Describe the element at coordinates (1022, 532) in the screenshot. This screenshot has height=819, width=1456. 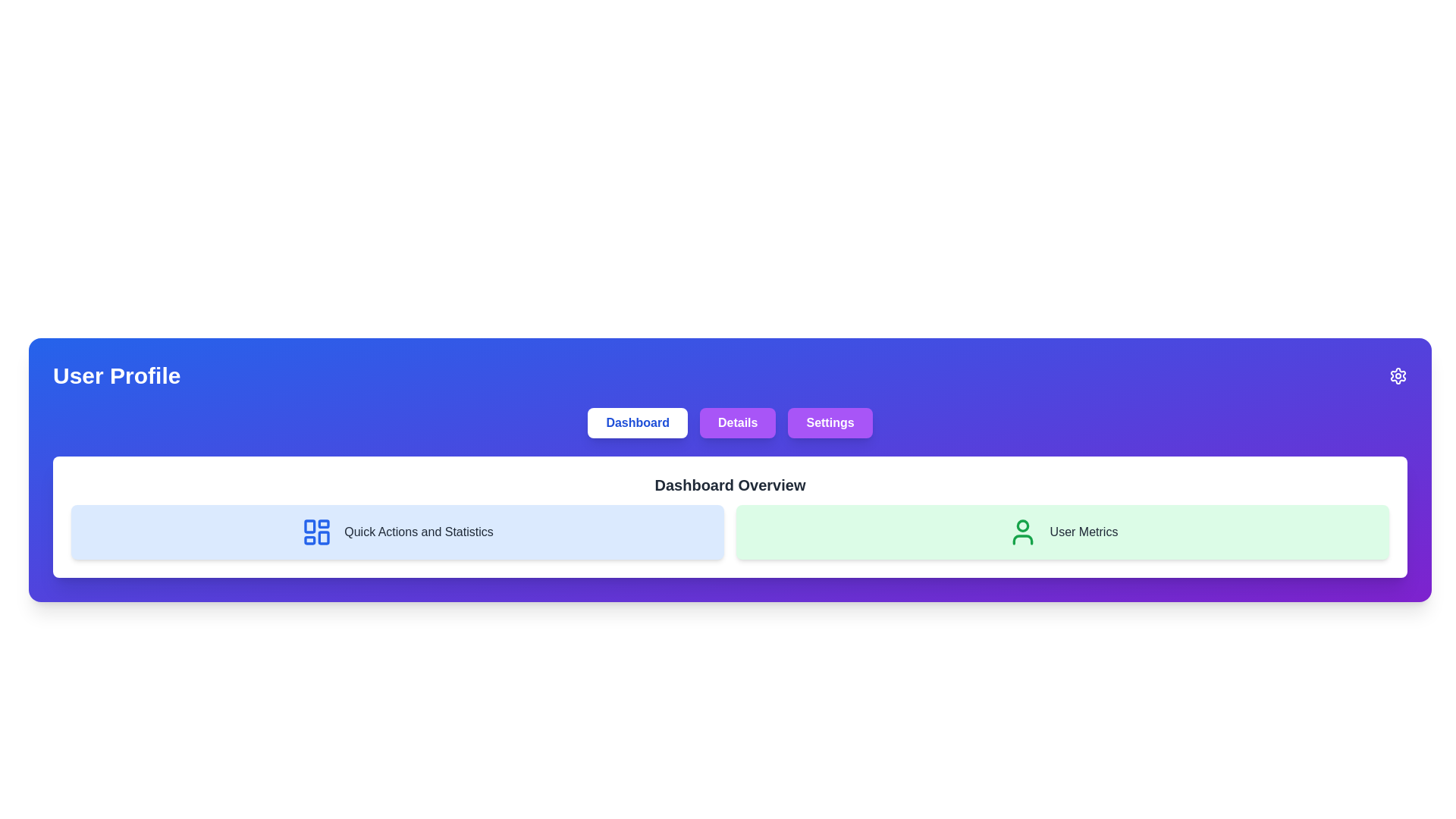
I see `the user-related information icon located in the center-left section of the green 'User Metrics' card, adjacent to the 'Dashboard Overview' row` at that location.